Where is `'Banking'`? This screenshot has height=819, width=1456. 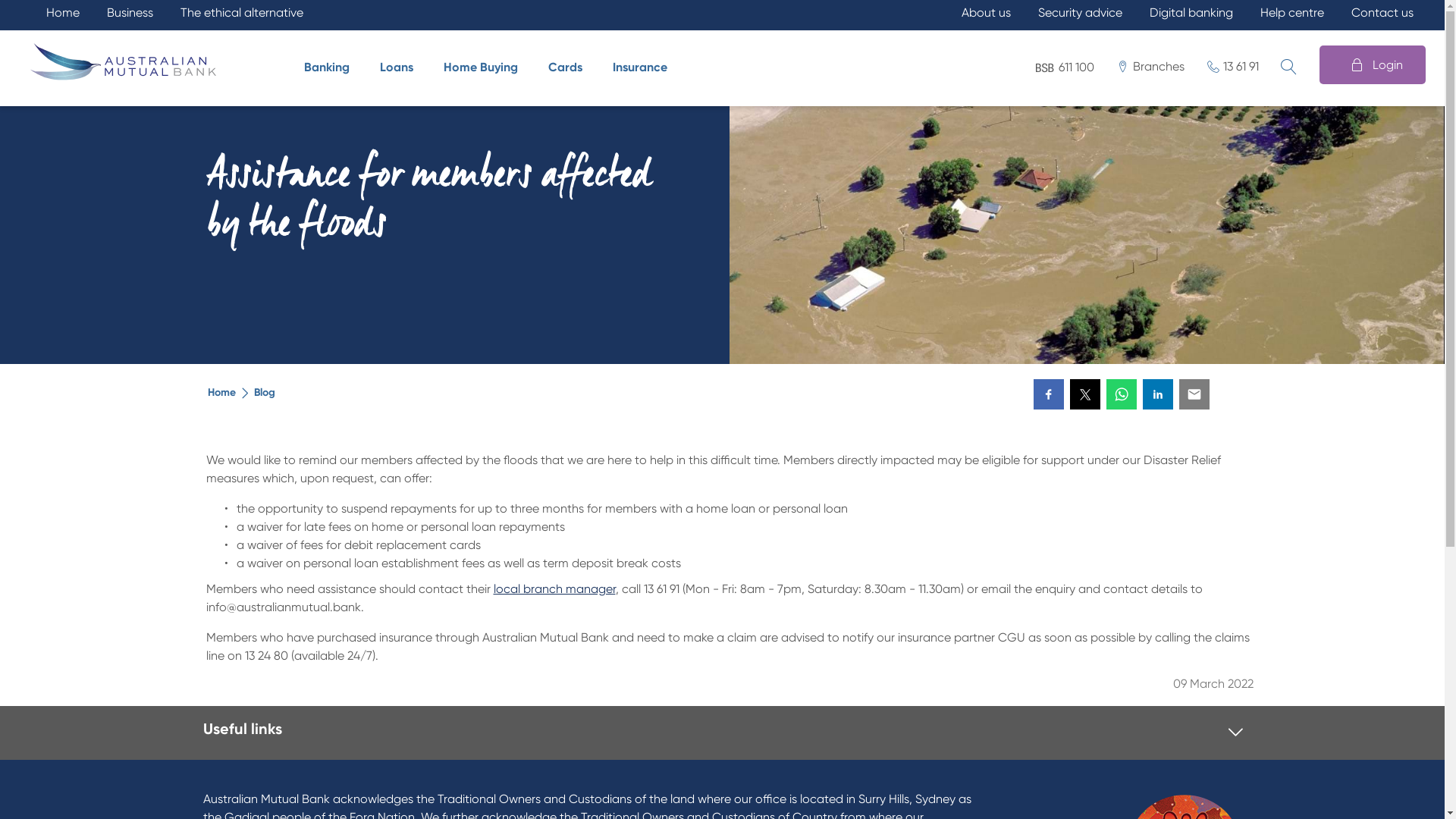 'Banking' is located at coordinates (330, 66).